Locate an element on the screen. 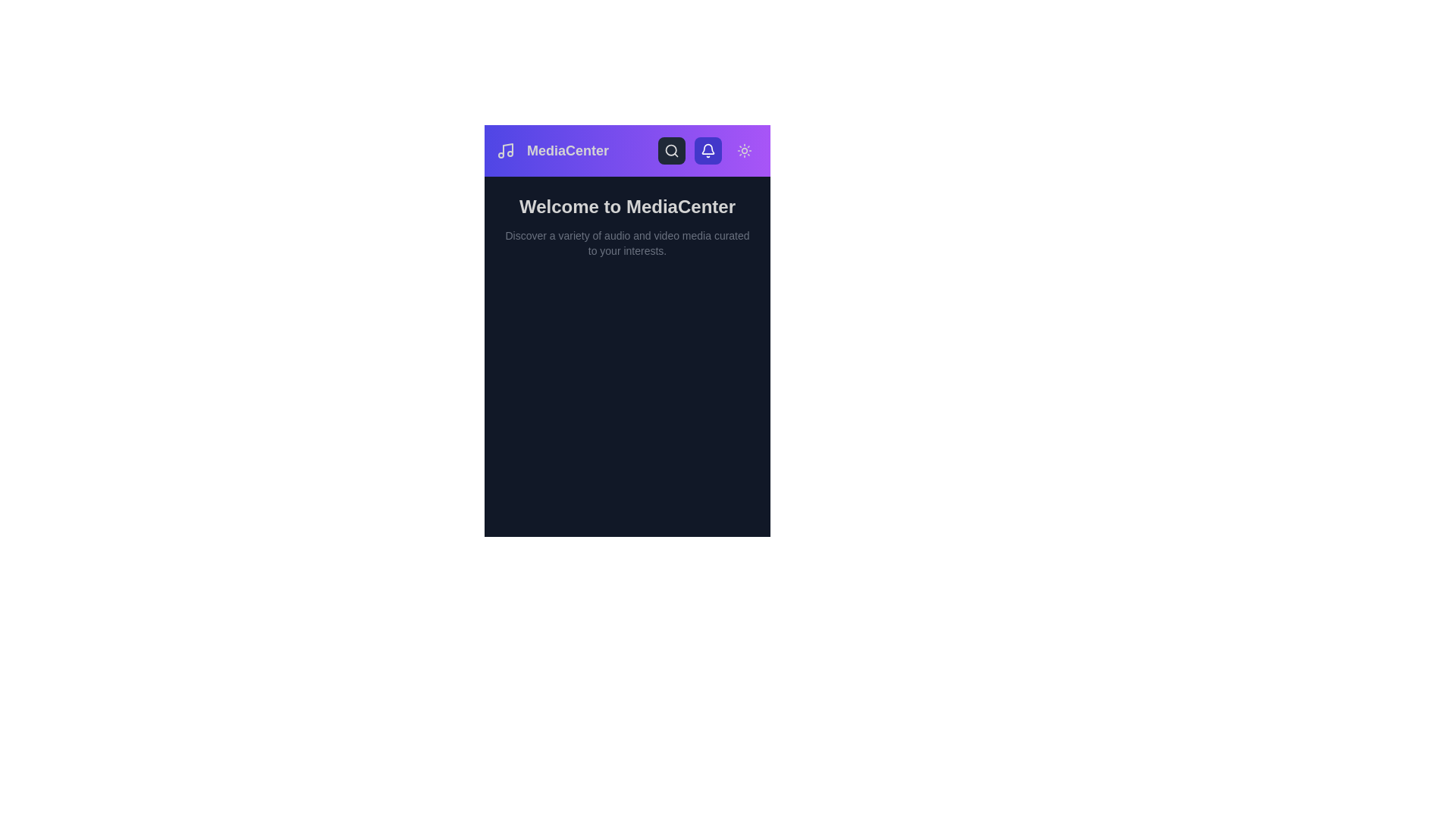 The image size is (1456, 819). the notification bell button to view notifications is located at coordinates (708, 151).